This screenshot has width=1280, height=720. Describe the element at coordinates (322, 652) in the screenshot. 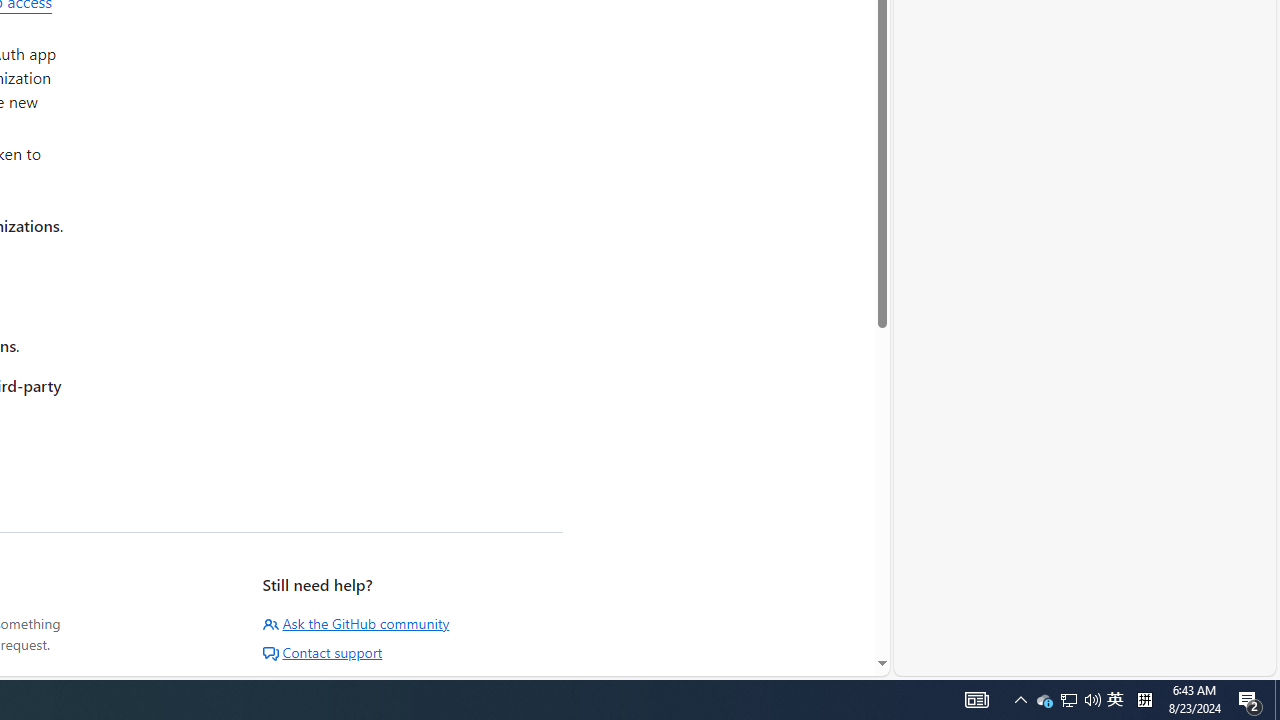

I see `'Contact support'` at that location.